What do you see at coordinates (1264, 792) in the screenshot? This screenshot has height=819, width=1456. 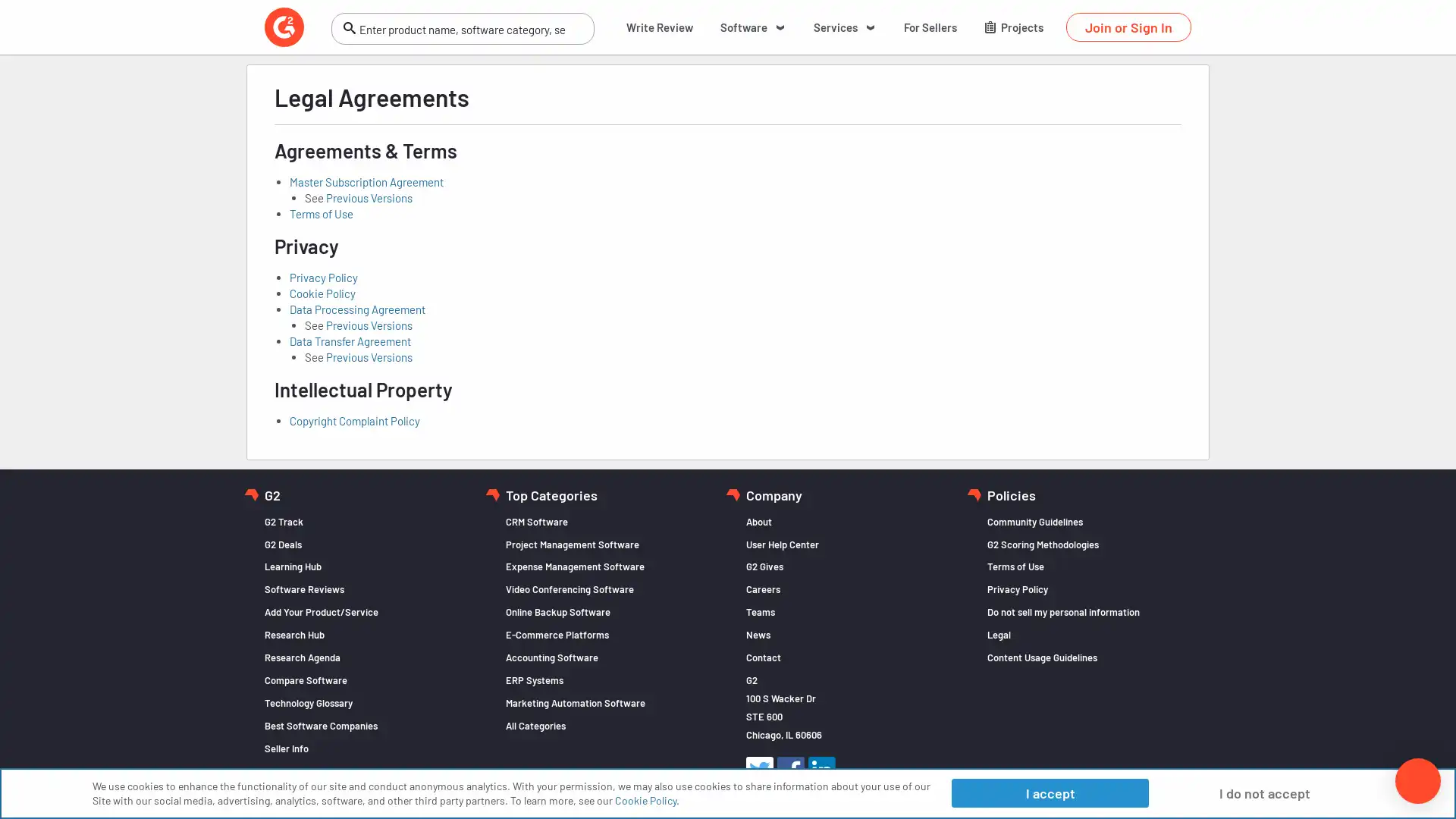 I see `I do not accept` at bounding box center [1264, 792].